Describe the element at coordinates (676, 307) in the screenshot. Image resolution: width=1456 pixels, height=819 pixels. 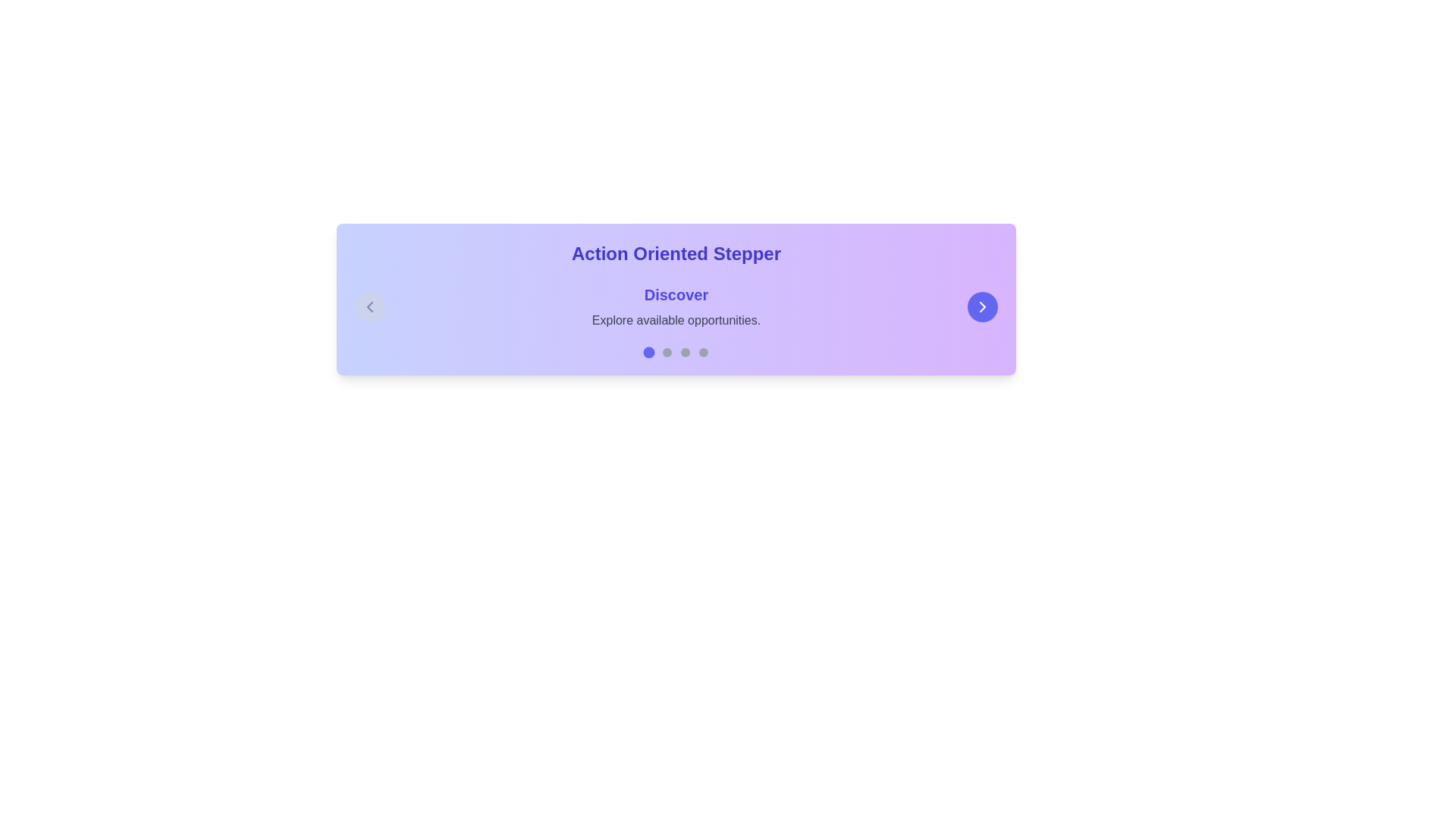
I see `text displayed in the central text block that serves as a title and description for the current step in the stepper navigation interface` at that location.